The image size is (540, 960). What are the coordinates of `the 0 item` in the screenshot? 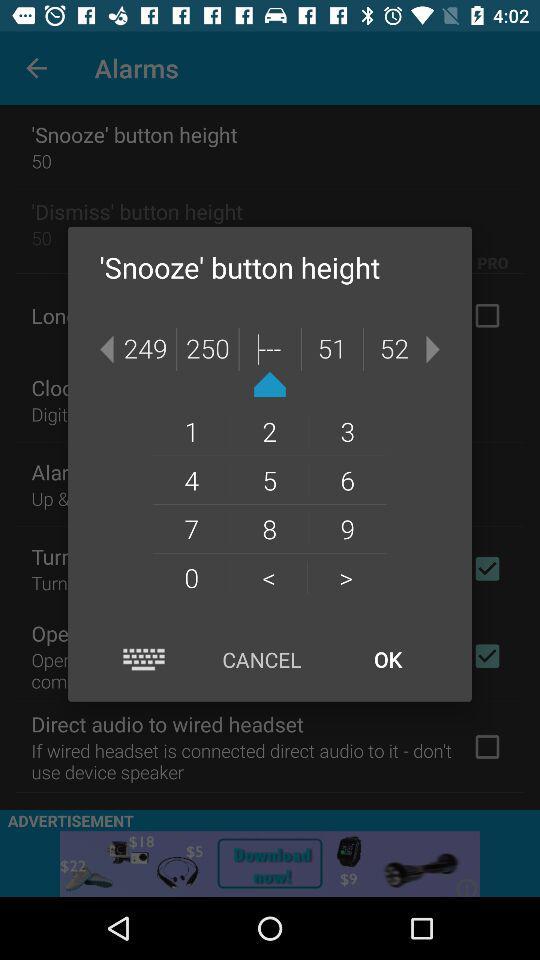 It's located at (191, 577).